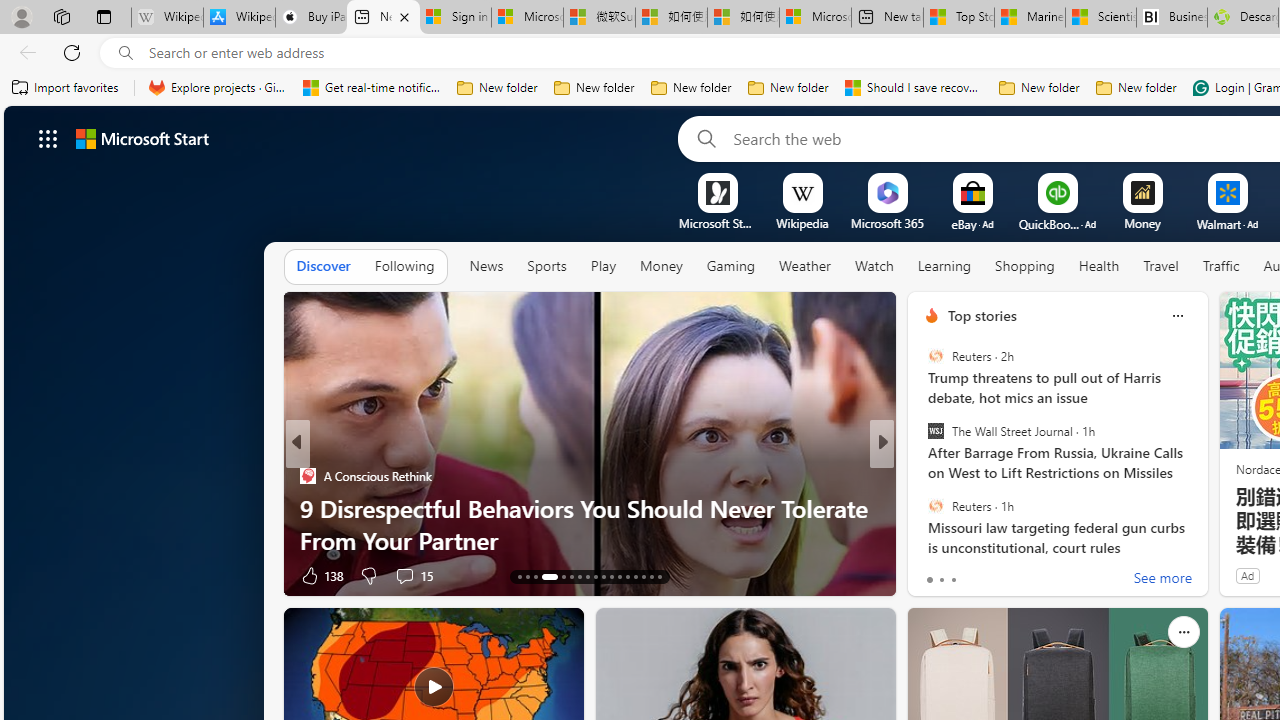 The image size is (1280, 720). I want to click on 'AutomationID: tab-16', so click(543, 577).